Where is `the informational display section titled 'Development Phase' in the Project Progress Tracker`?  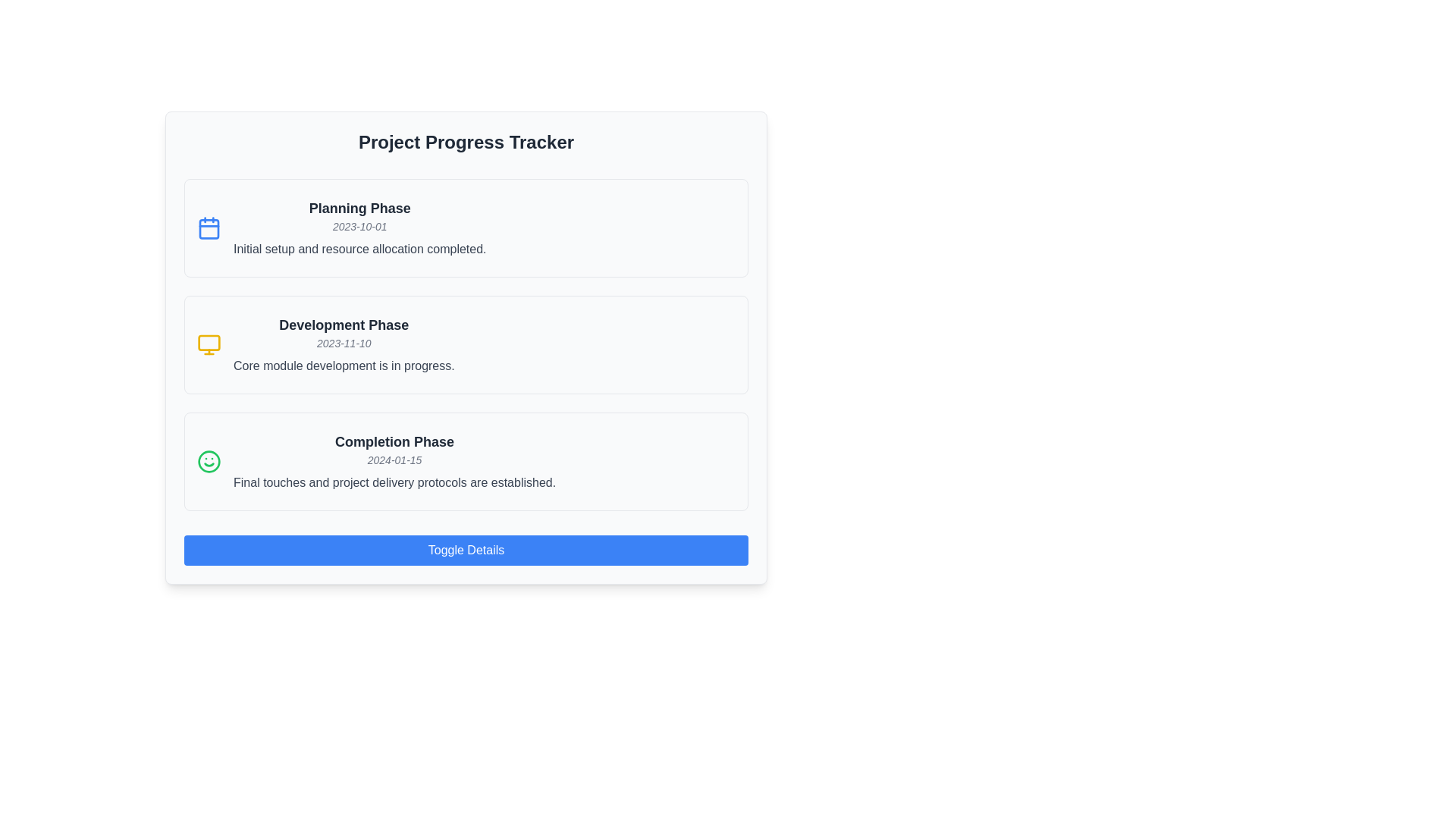 the informational display section titled 'Development Phase' in the Project Progress Tracker is located at coordinates (465, 345).